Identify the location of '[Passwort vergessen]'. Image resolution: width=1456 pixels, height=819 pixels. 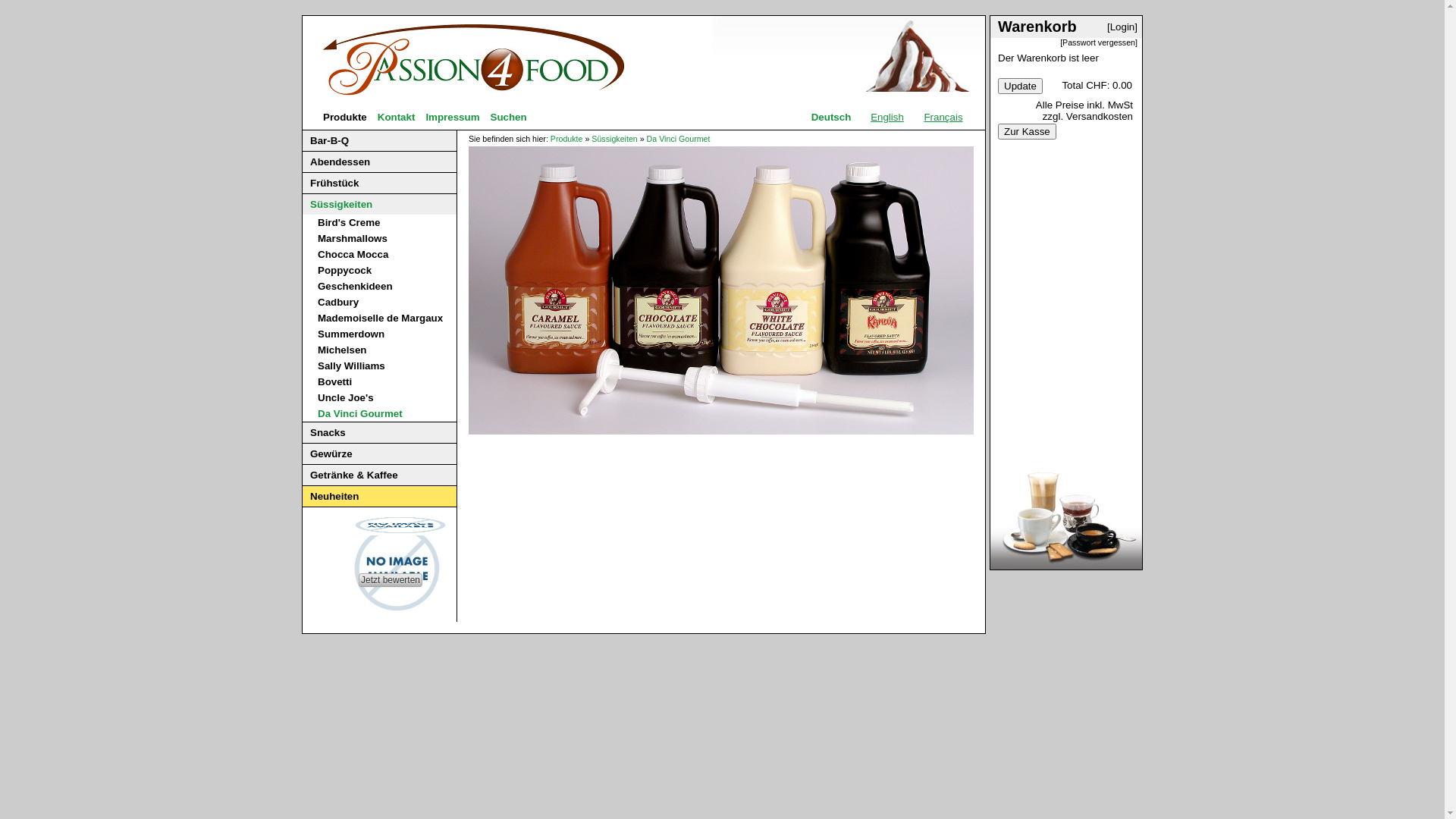
(1101, 39).